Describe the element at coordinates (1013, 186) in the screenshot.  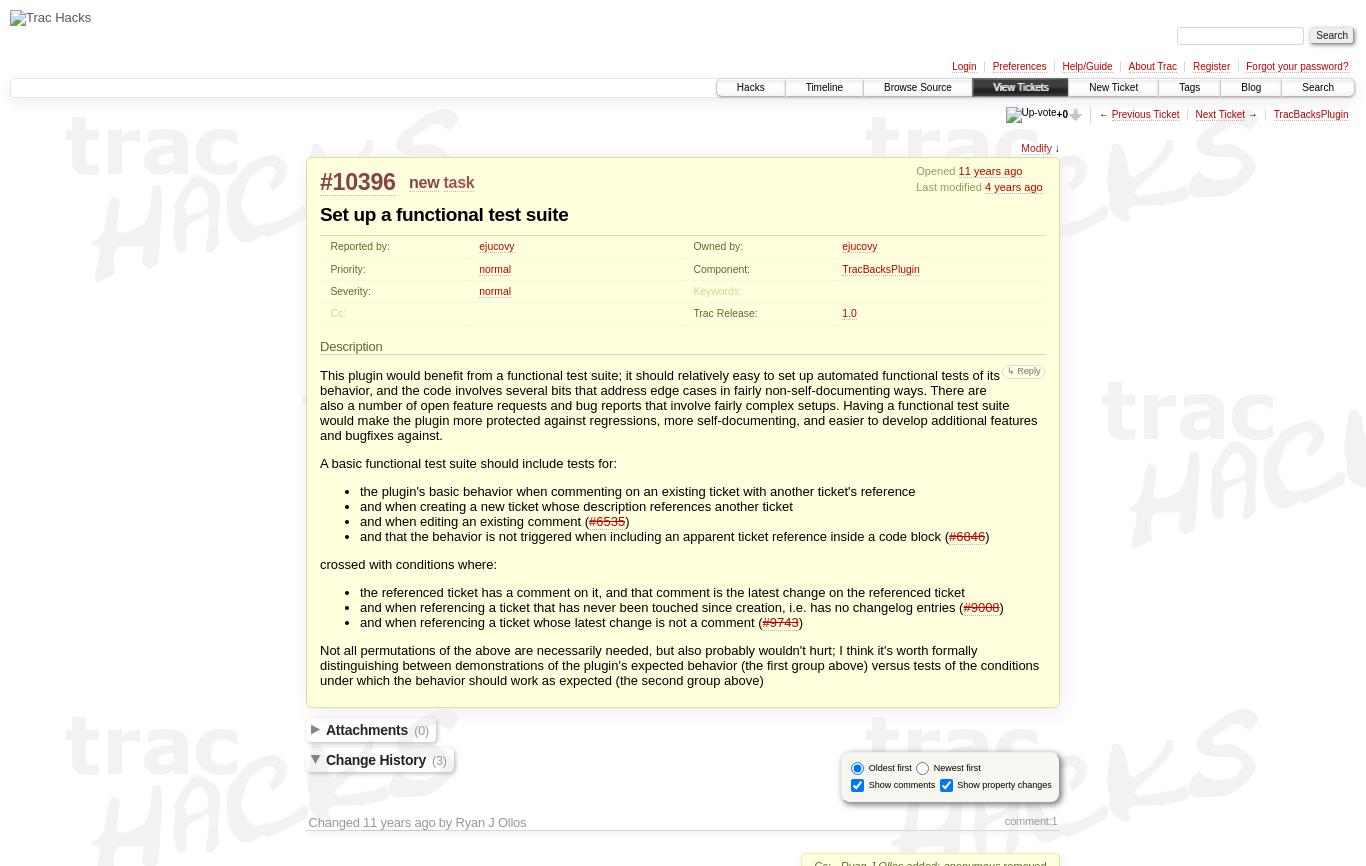
I see `'4 years ago'` at that location.